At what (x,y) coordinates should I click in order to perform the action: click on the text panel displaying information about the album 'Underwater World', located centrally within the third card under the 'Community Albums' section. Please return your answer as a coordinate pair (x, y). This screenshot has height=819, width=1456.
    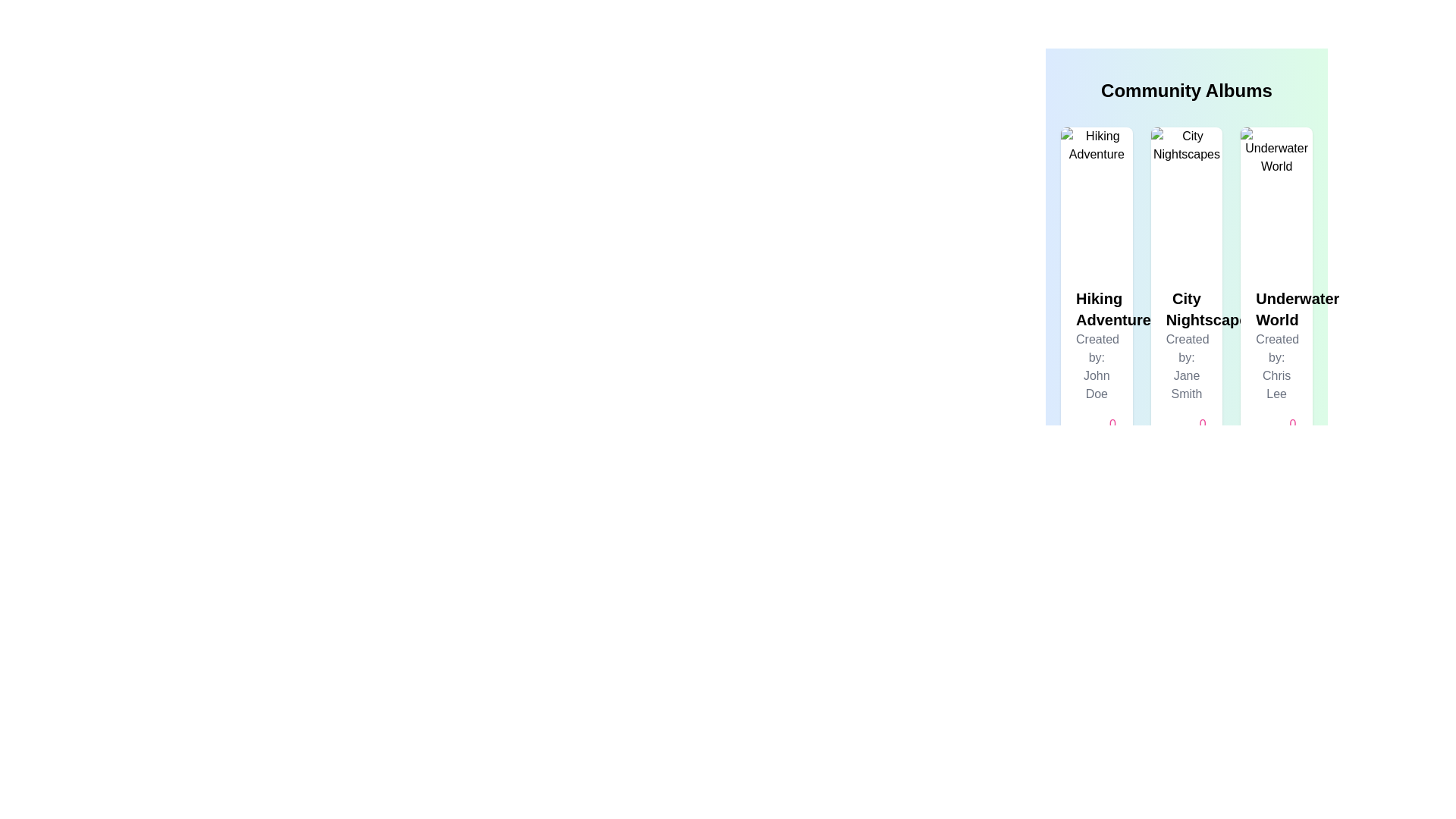
    Looking at the image, I should click on (1276, 370).